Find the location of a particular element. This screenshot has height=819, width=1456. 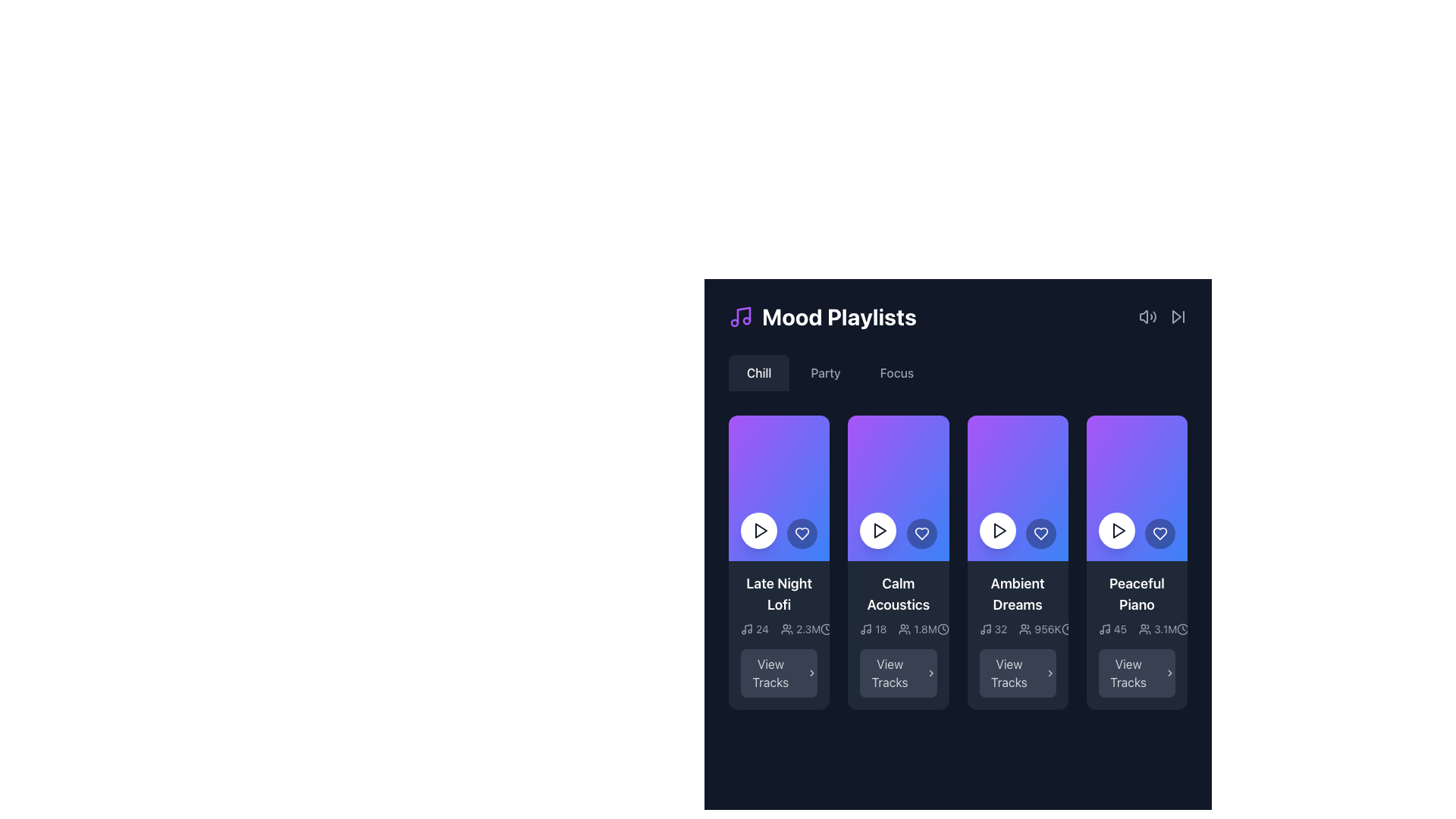

the first playlist card with a gradient background transitioning from purple to blue, which contains two circular buttons at the bottom corners is located at coordinates (779, 488).